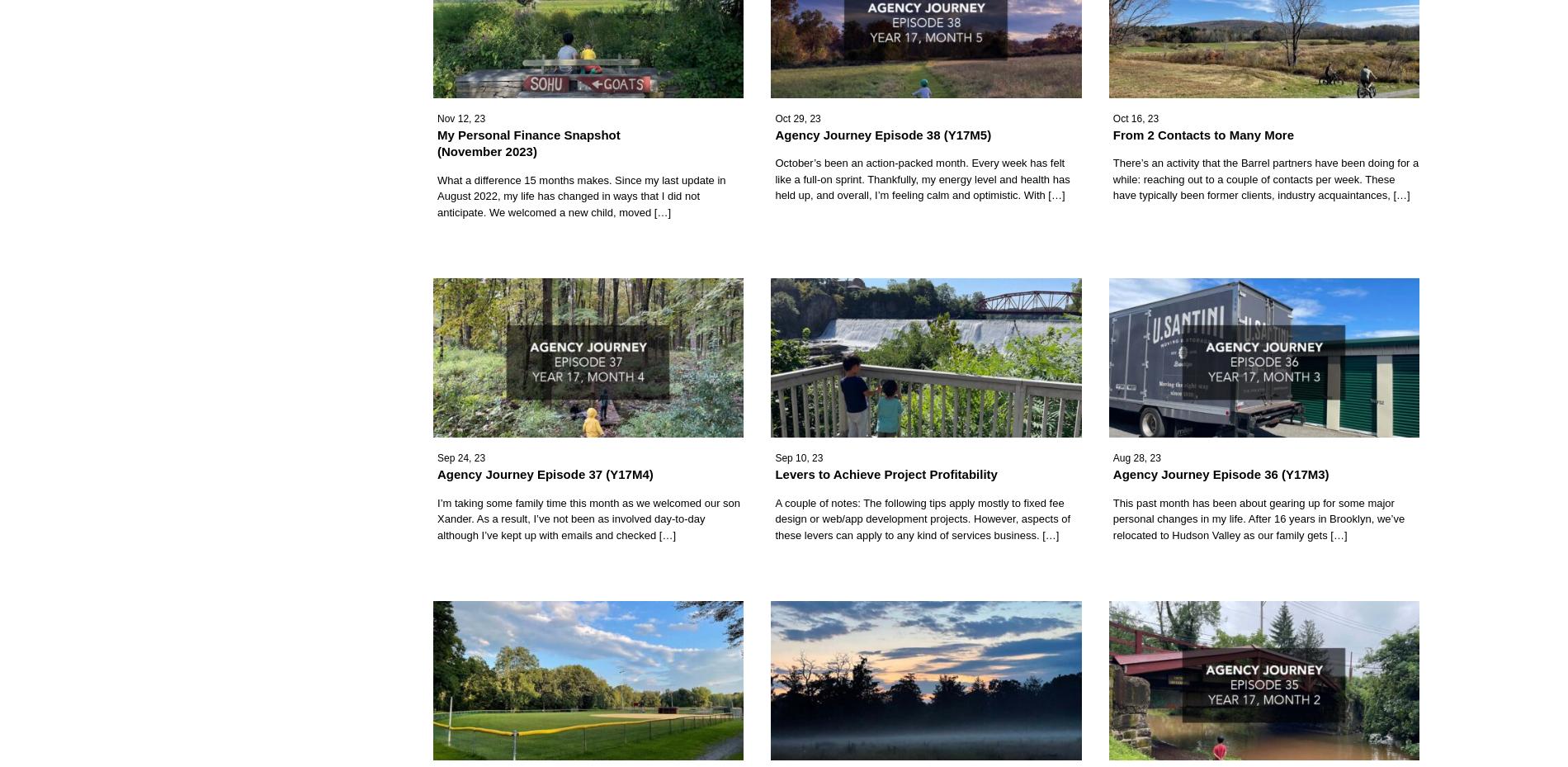 The width and height of the screenshot is (1568, 767). I want to click on 'There’s an activity that the Barrel partners have been doing for a while: reaching out to a couple of contacts per week. These have typically been former clients, industry acquaintances, […]', so click(1112, 178).